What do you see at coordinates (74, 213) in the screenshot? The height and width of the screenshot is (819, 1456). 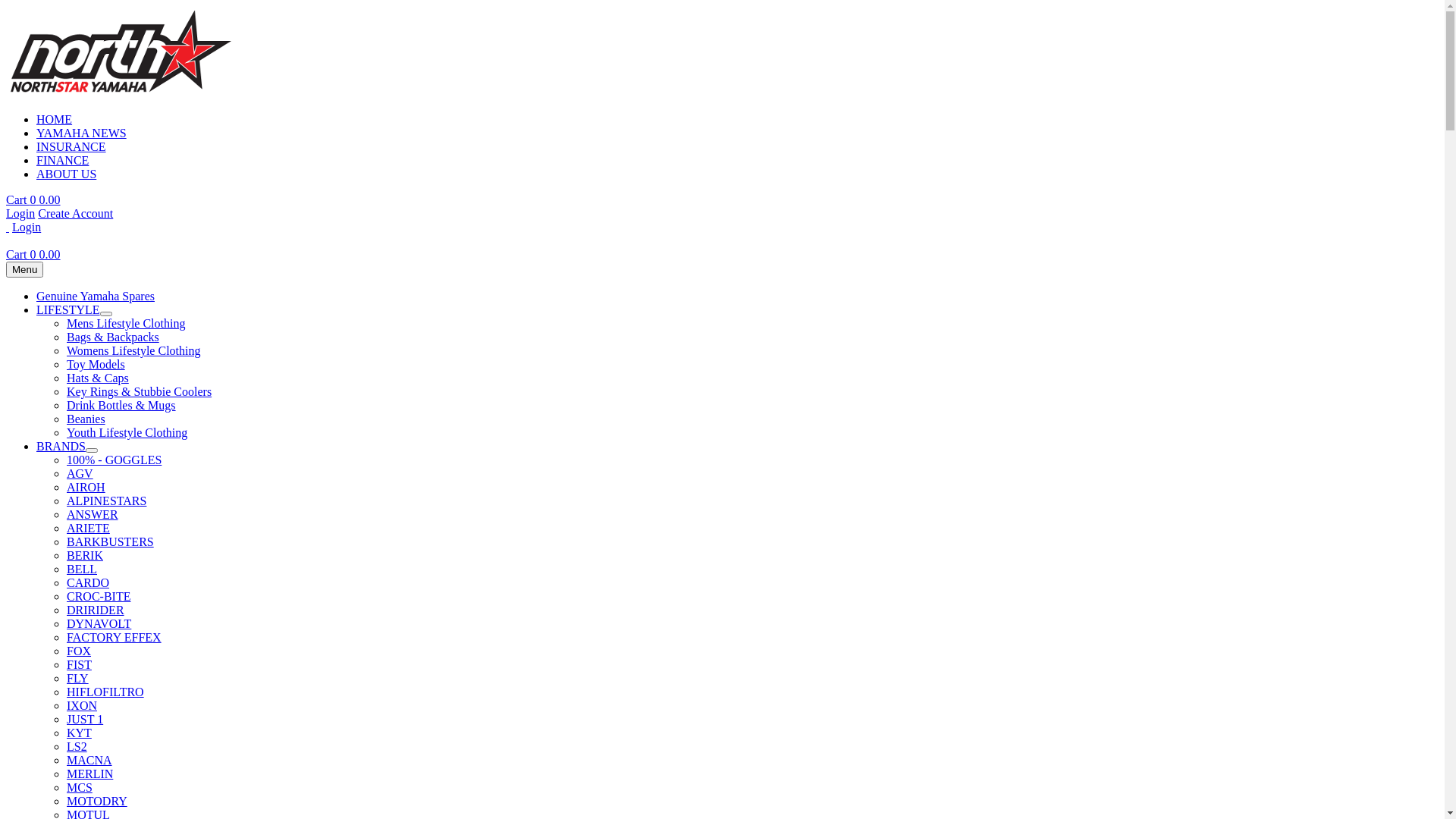 I see `'Create Account'` at bounding box center [74, 213].